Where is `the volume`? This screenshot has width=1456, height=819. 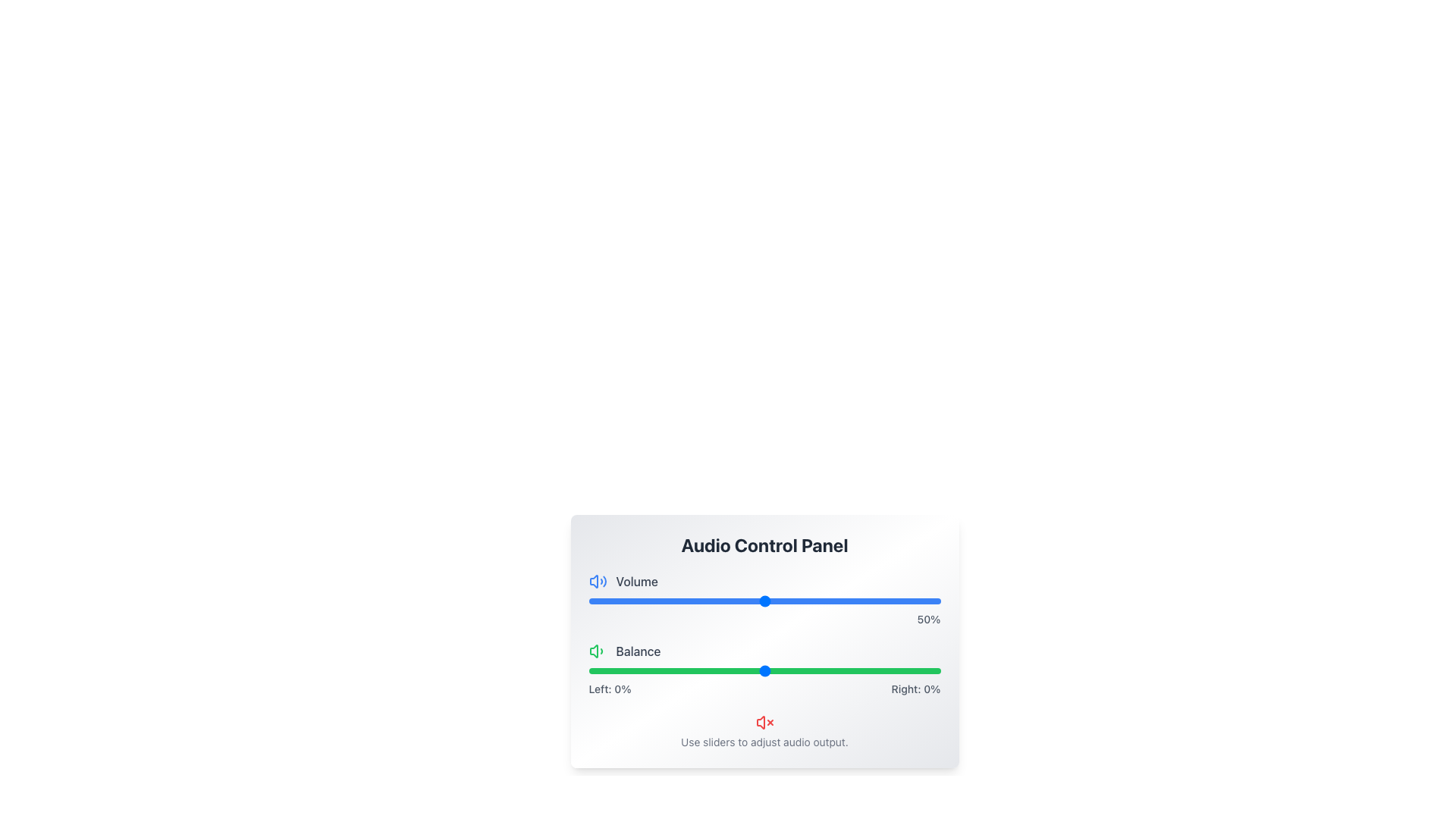 the volume is located at coordinates (739, 601).